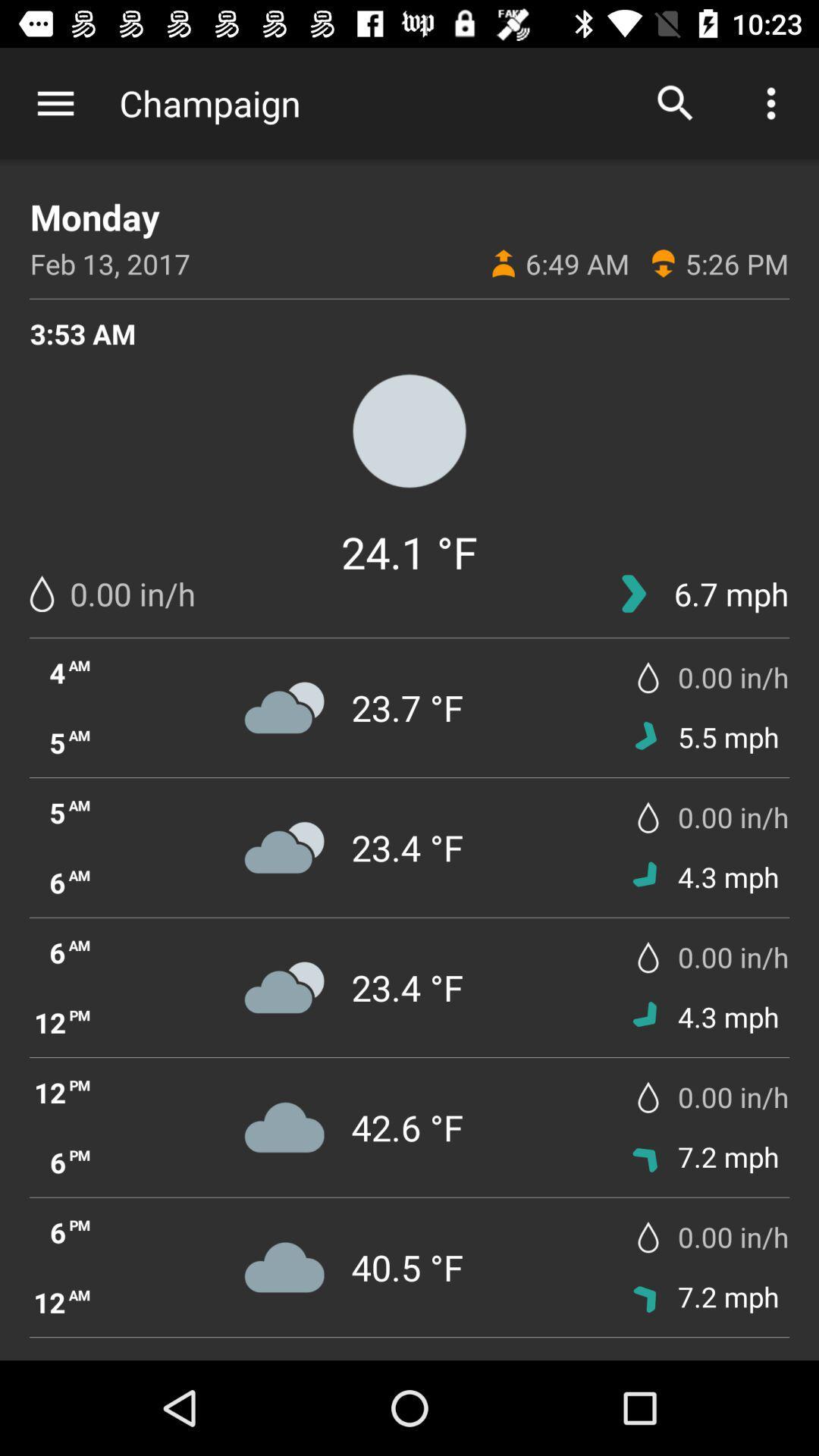 The image size is (819, 1456). What do you see at coordinates (55, 102) in the screenshot?
I see `setting button` at bounding box center [55, 102].